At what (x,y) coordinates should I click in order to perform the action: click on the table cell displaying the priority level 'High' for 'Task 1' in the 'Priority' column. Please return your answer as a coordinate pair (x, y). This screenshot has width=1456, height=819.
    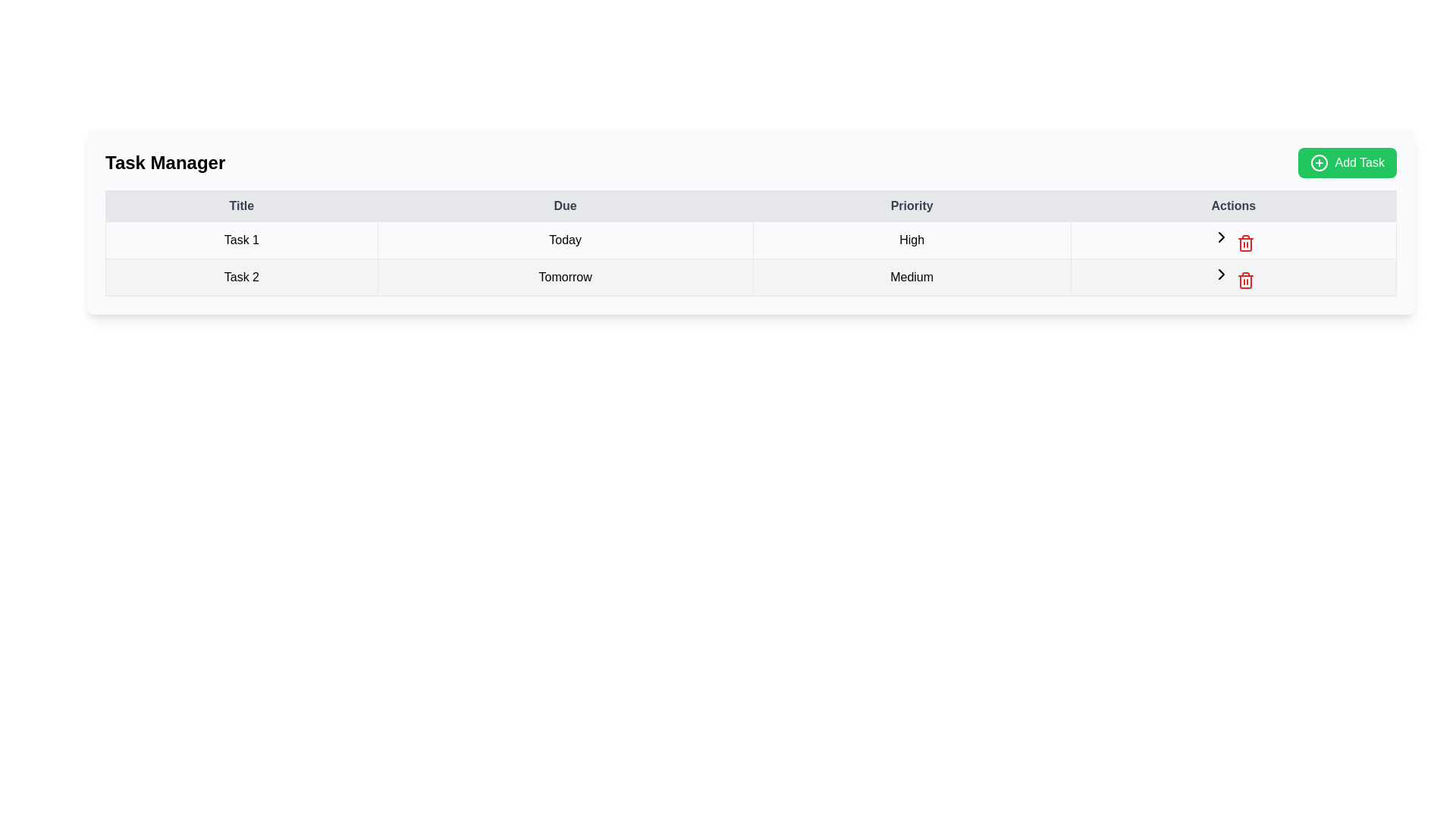
    Looking at the image, I should click on (911, 239).